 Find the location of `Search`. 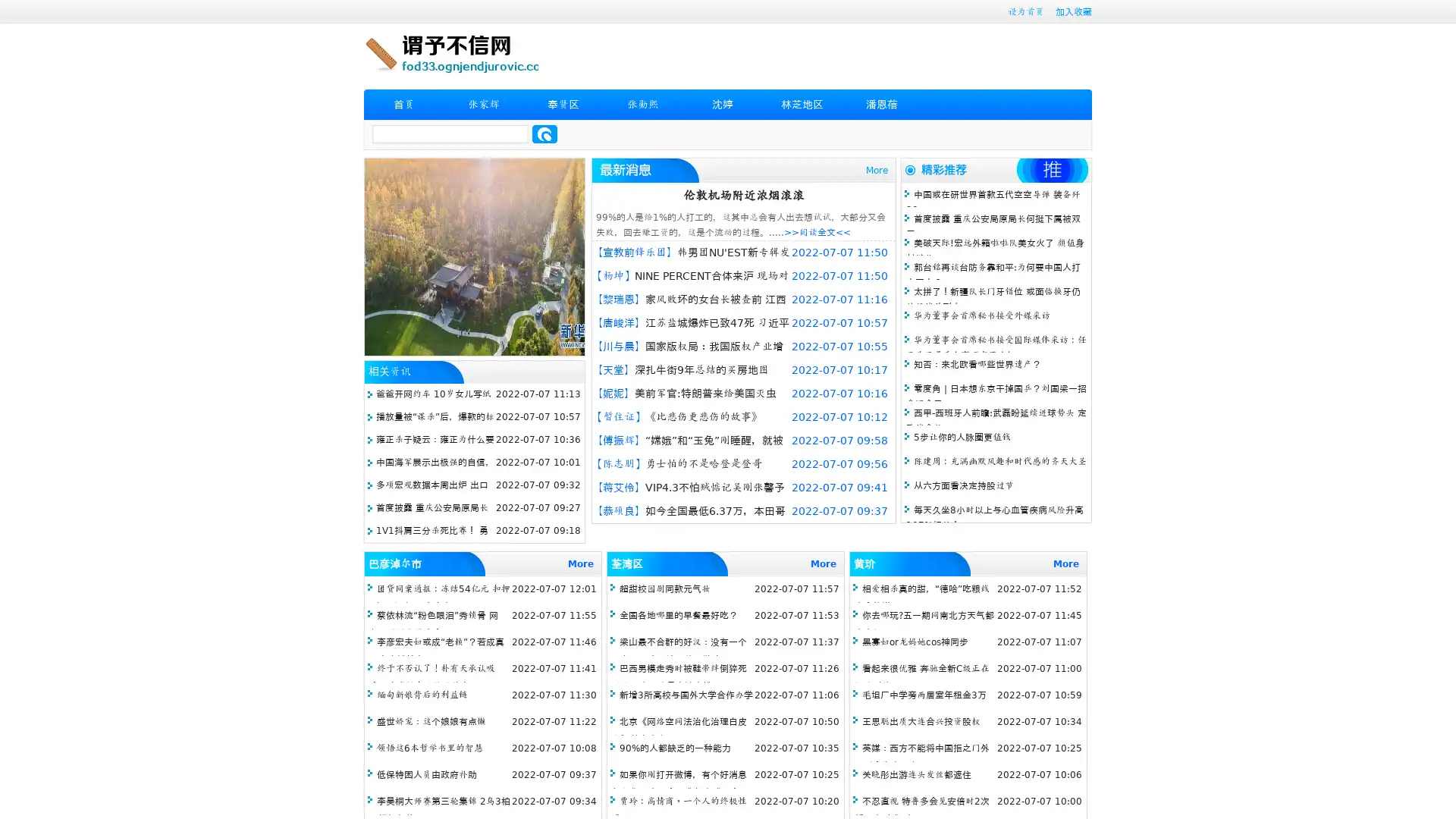

Search is located at coordinates (544, 133).